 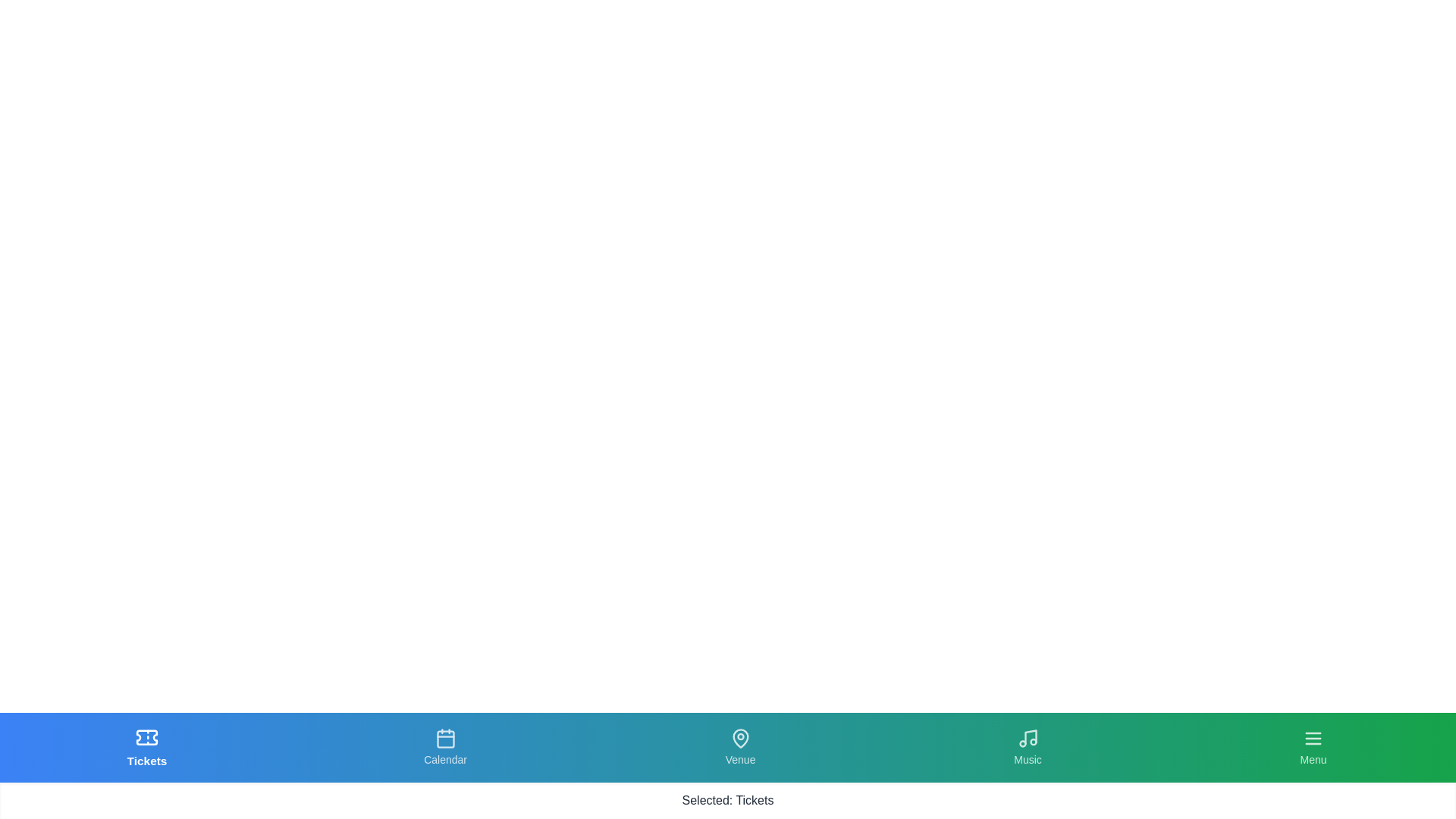 What do you see at coordinates (444, 747) in the screenshot?
I see `the Calendar tab in the navigation bar` at bounding box center [444, 747].